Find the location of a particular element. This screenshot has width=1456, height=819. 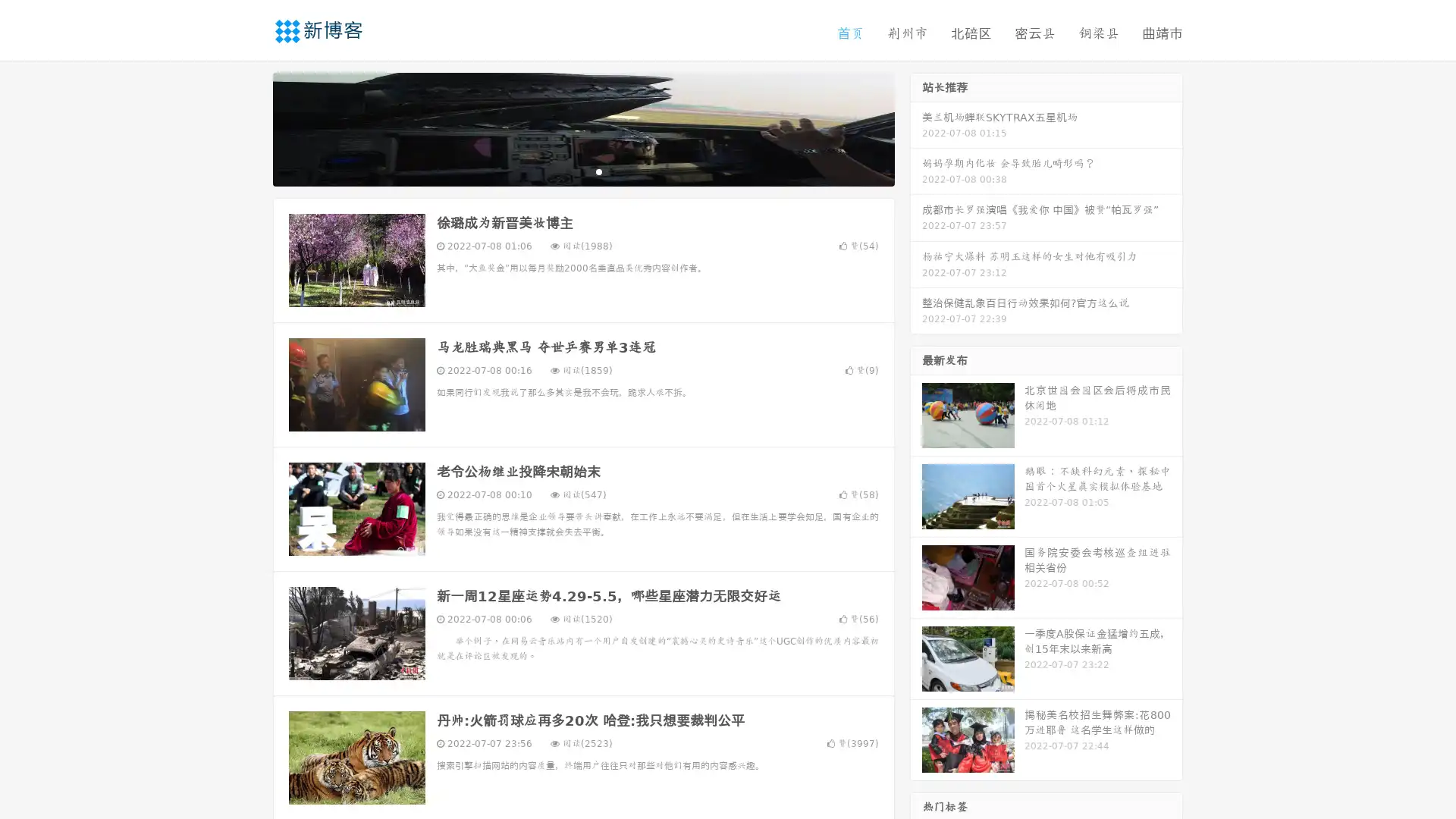

Go to slide 2 is located at coordinates (582, 171).